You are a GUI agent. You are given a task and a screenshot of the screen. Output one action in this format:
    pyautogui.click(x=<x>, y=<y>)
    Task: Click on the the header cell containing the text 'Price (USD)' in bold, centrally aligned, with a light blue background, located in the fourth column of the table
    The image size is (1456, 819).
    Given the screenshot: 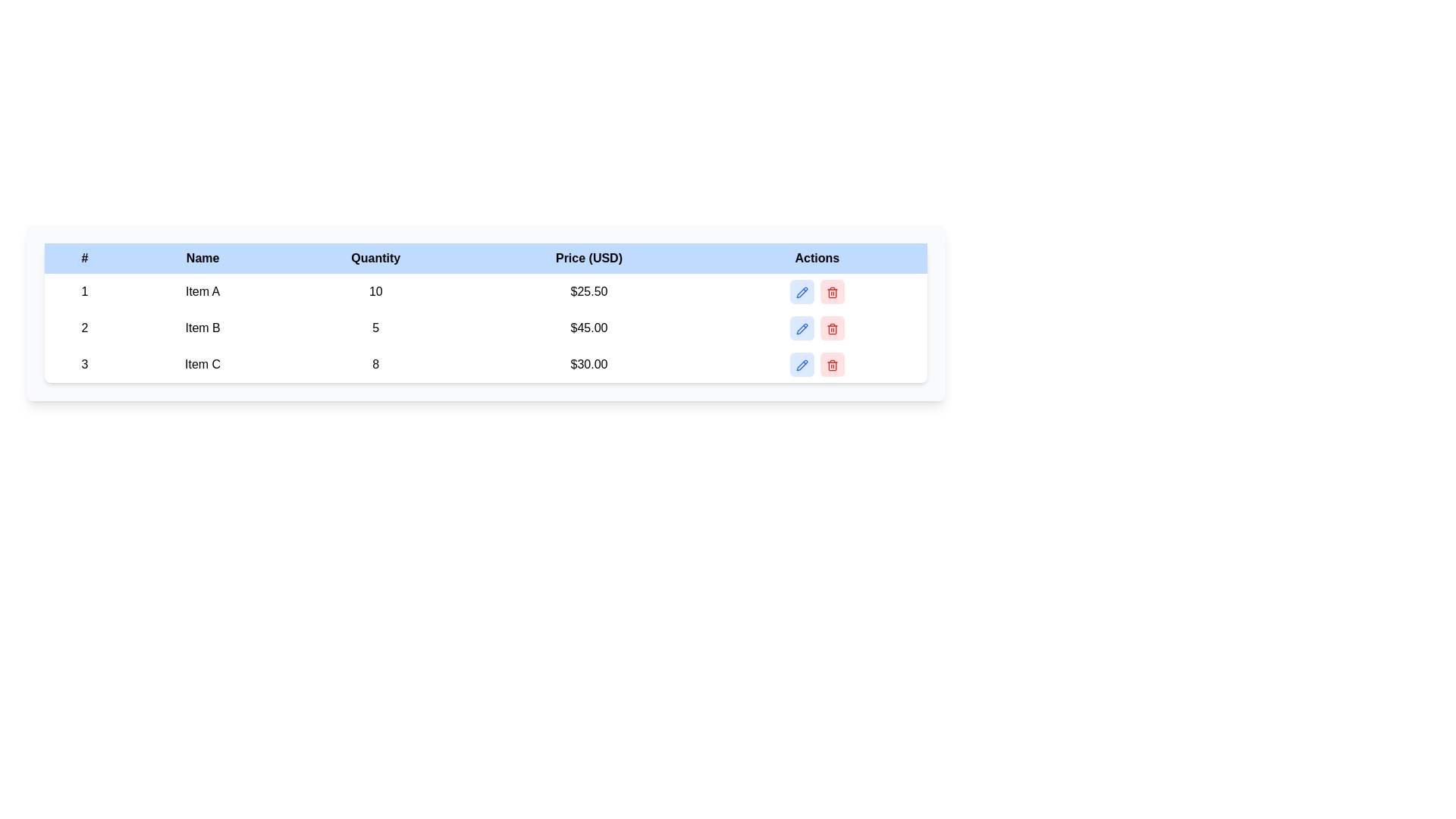 What is the action you would take?
    pyautogui.click(x=588, y=257)
    